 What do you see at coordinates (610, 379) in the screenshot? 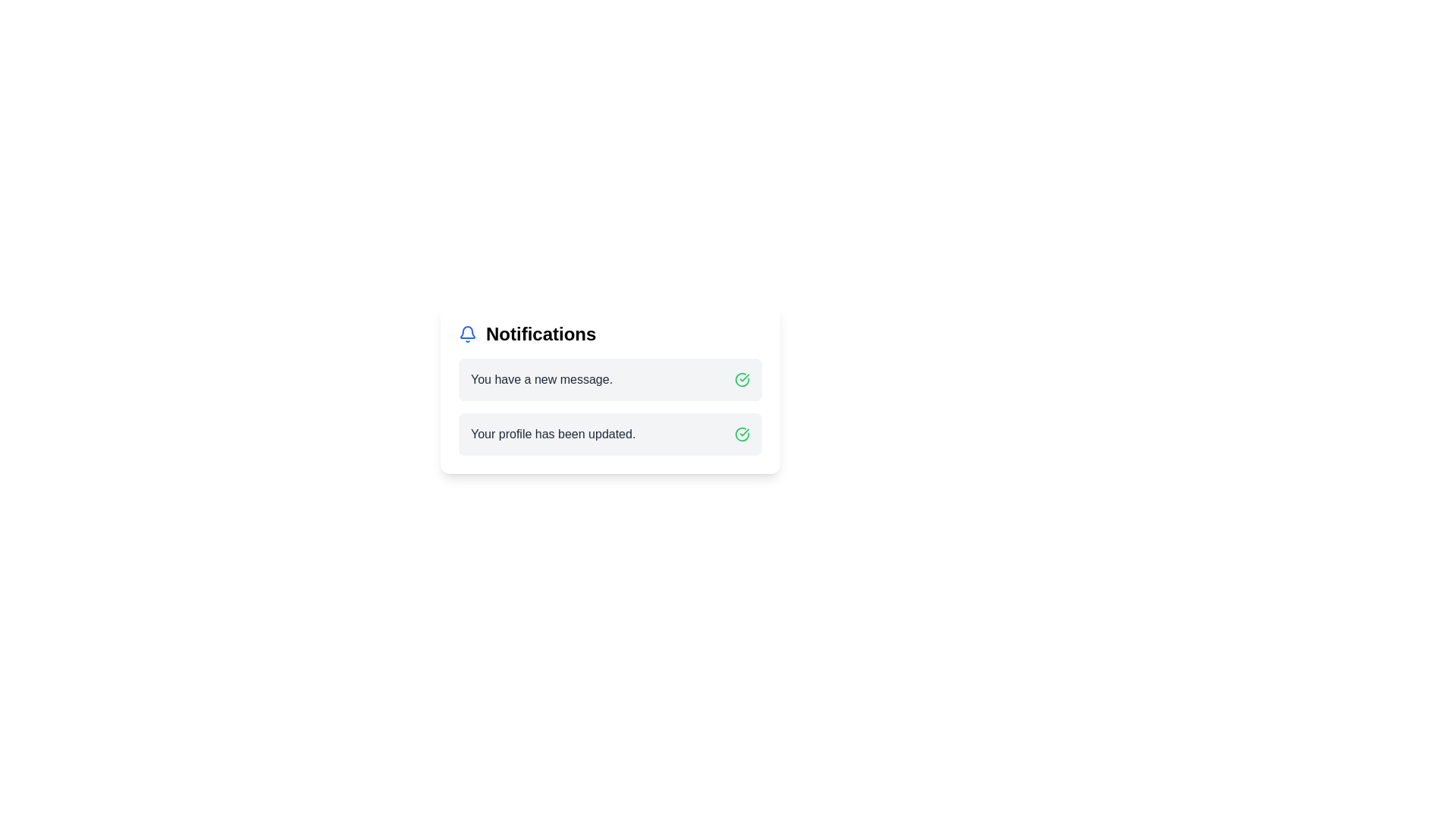
I see `the Notification Item that contains the text 'You have a new message.' for accessibility features` at bounding box center [610, 379].